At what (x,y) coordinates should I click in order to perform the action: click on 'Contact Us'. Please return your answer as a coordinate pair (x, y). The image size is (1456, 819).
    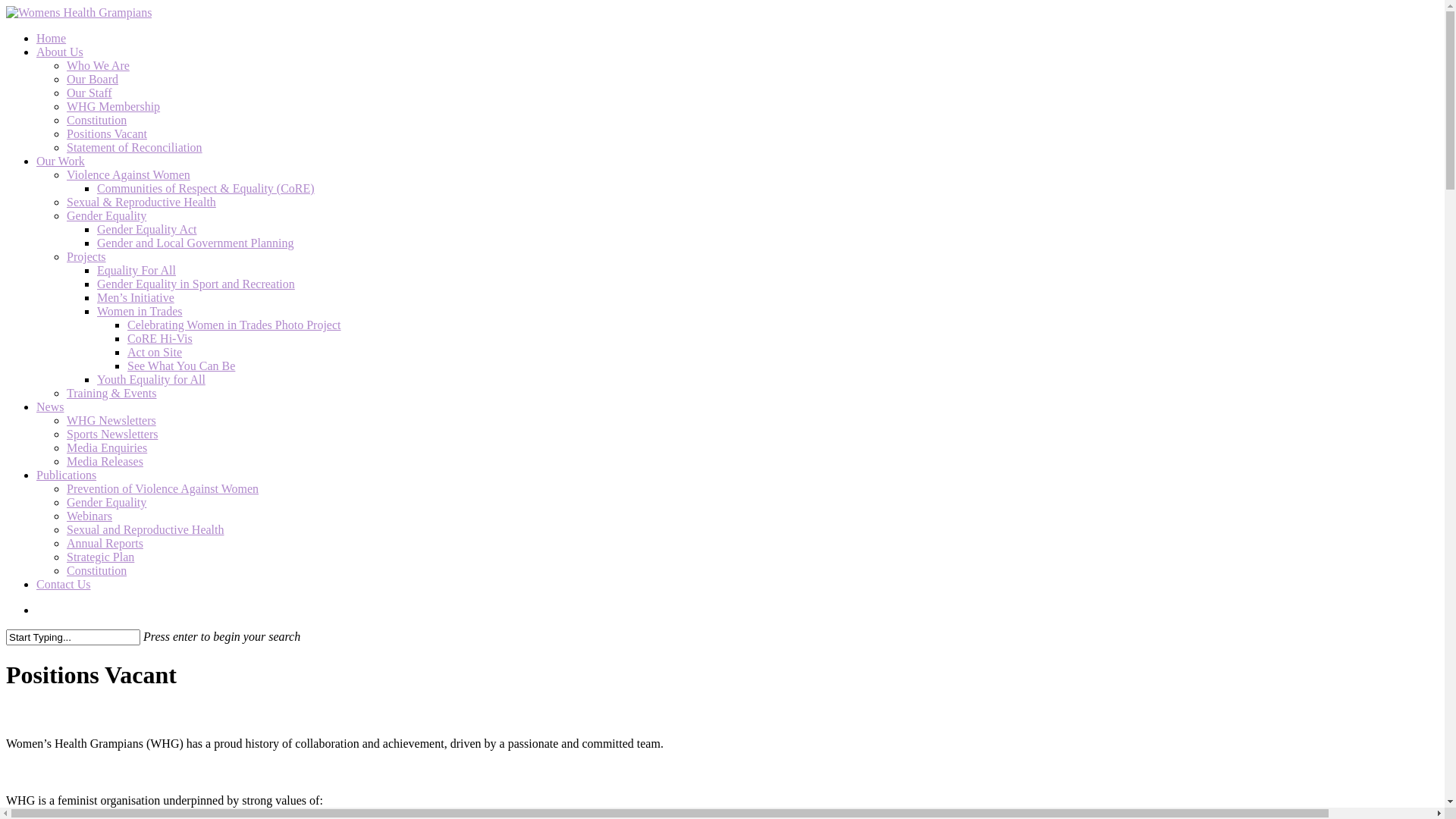
    Looking at the image, I should click on (36, 583).